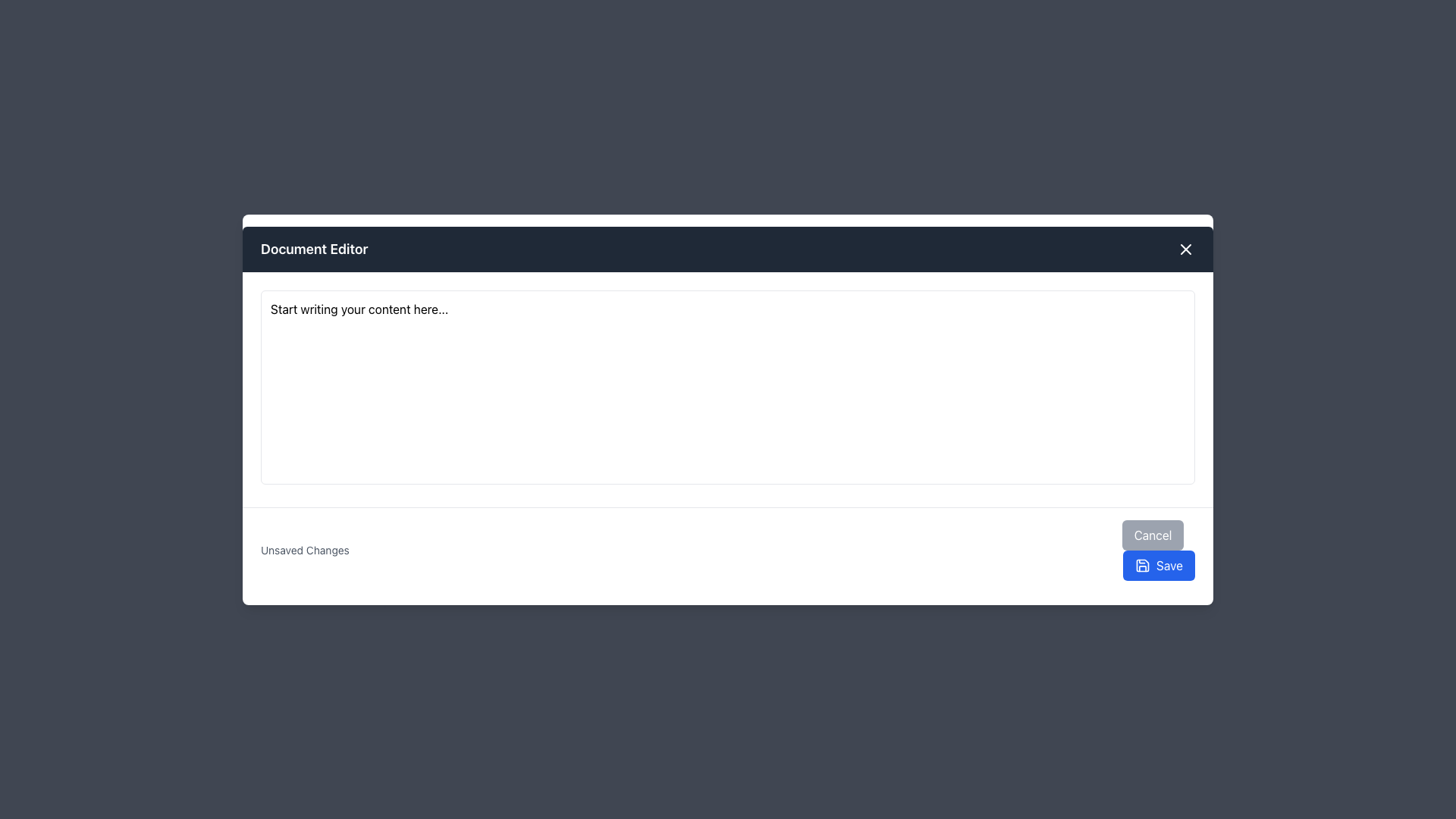  What do you see at coordinates (304, 550) in the screenshot?
I see `the text label displaying 'Unsaved Changes' located in the bottom panel of the modal interface, positioned to the left of the 'Cancel' and 'Save' buttons` at bounding box center [304, 550].